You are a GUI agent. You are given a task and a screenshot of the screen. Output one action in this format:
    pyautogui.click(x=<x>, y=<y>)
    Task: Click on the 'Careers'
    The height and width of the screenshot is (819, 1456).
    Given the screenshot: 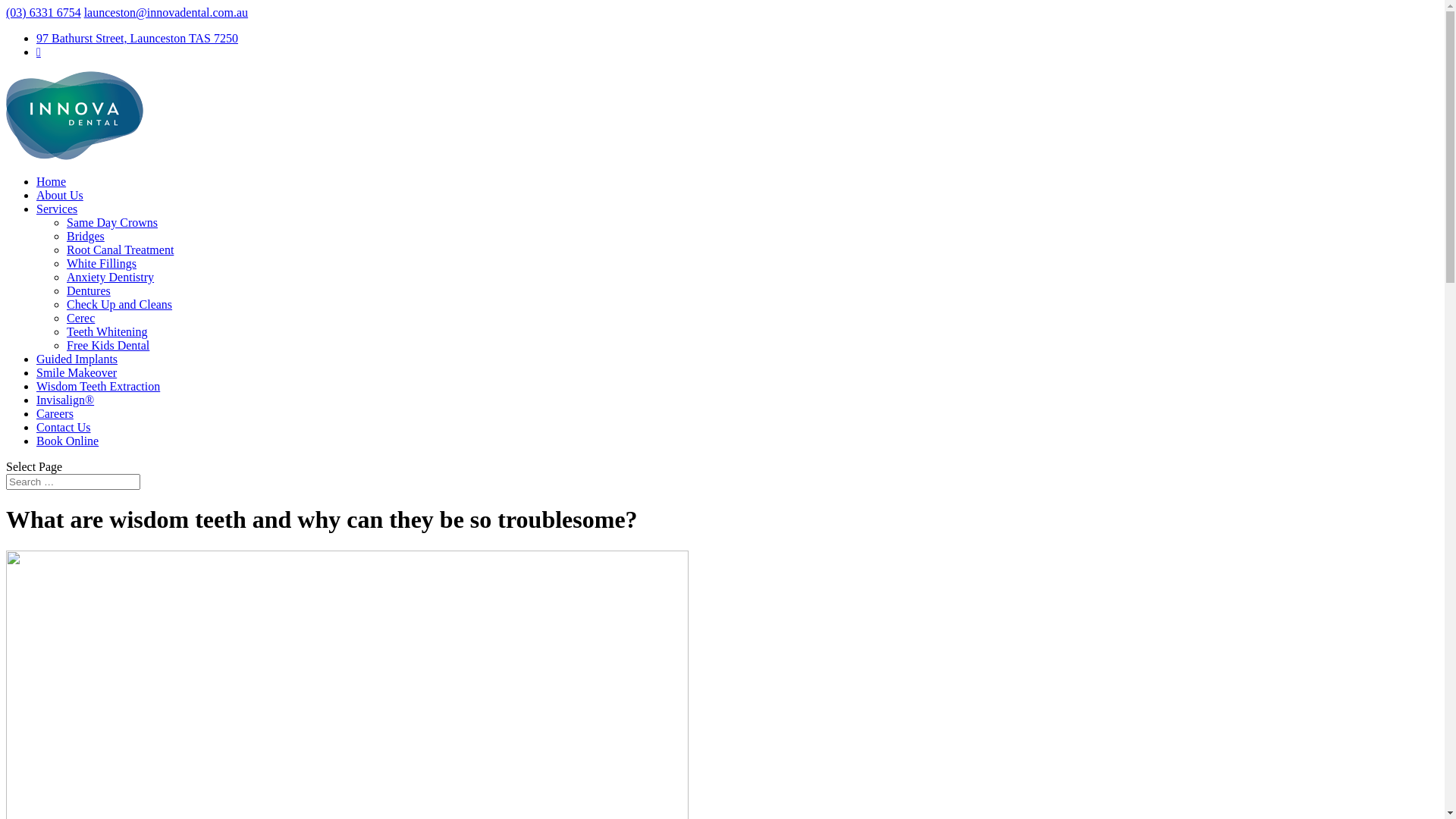 What is the action you would take?
    pyautogui.click(x=55, y=413)
    